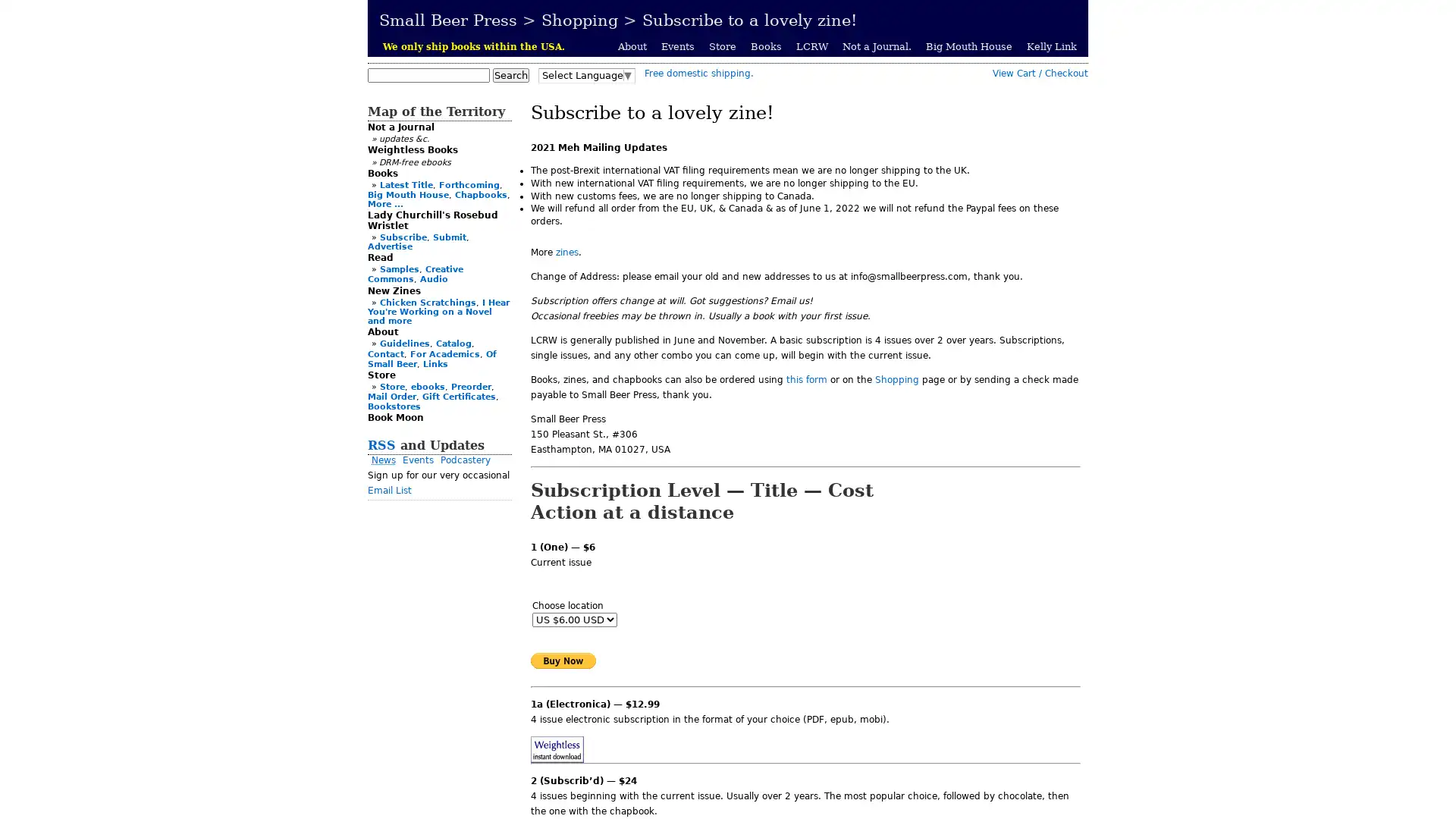  Describe the element at coordinates (510, 75) in the screenshot. I see `Search` at that location.